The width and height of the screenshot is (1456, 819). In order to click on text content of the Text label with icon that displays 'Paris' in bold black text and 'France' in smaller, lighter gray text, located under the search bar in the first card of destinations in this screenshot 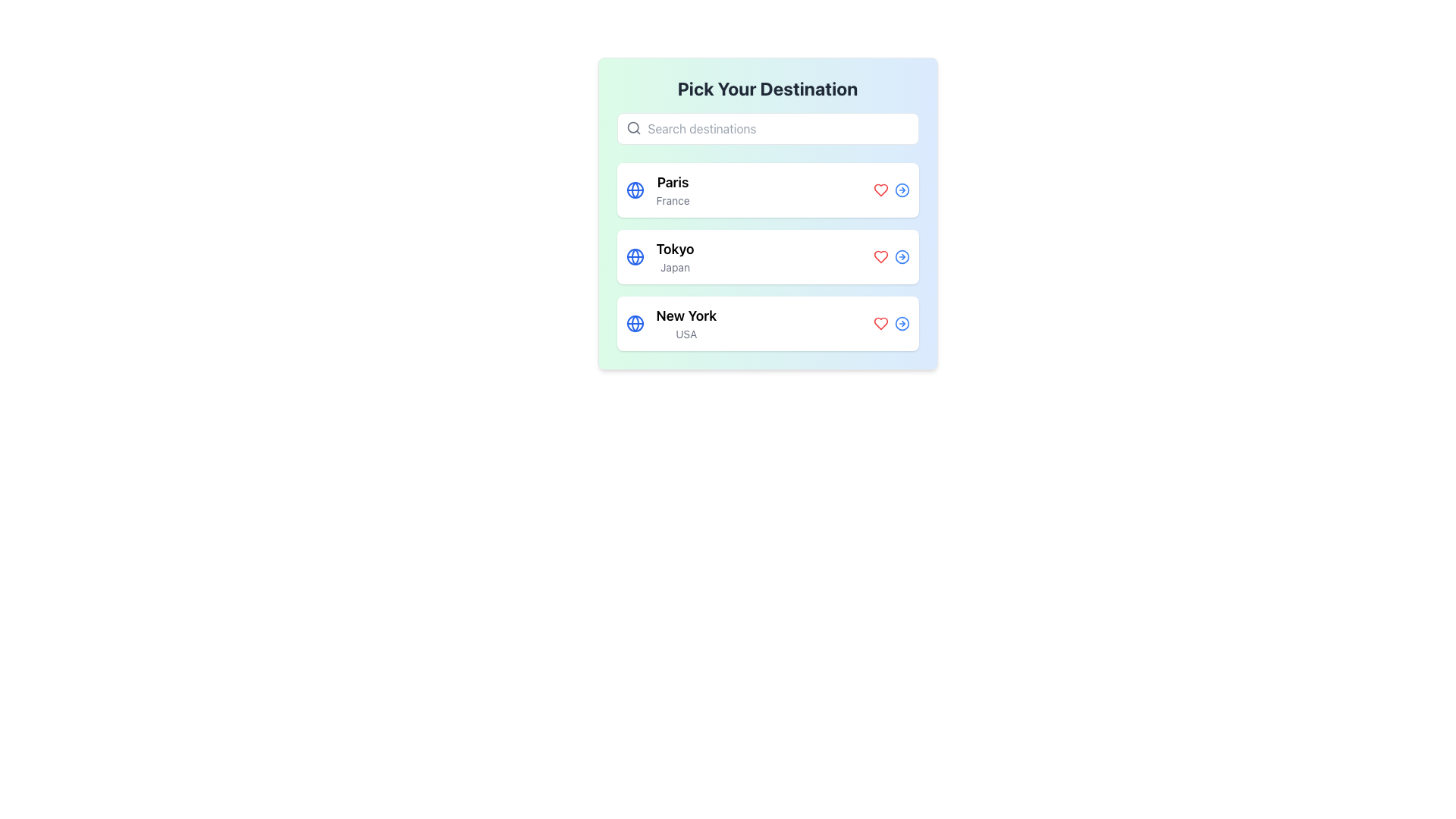, I will do `click(657, 189)`.